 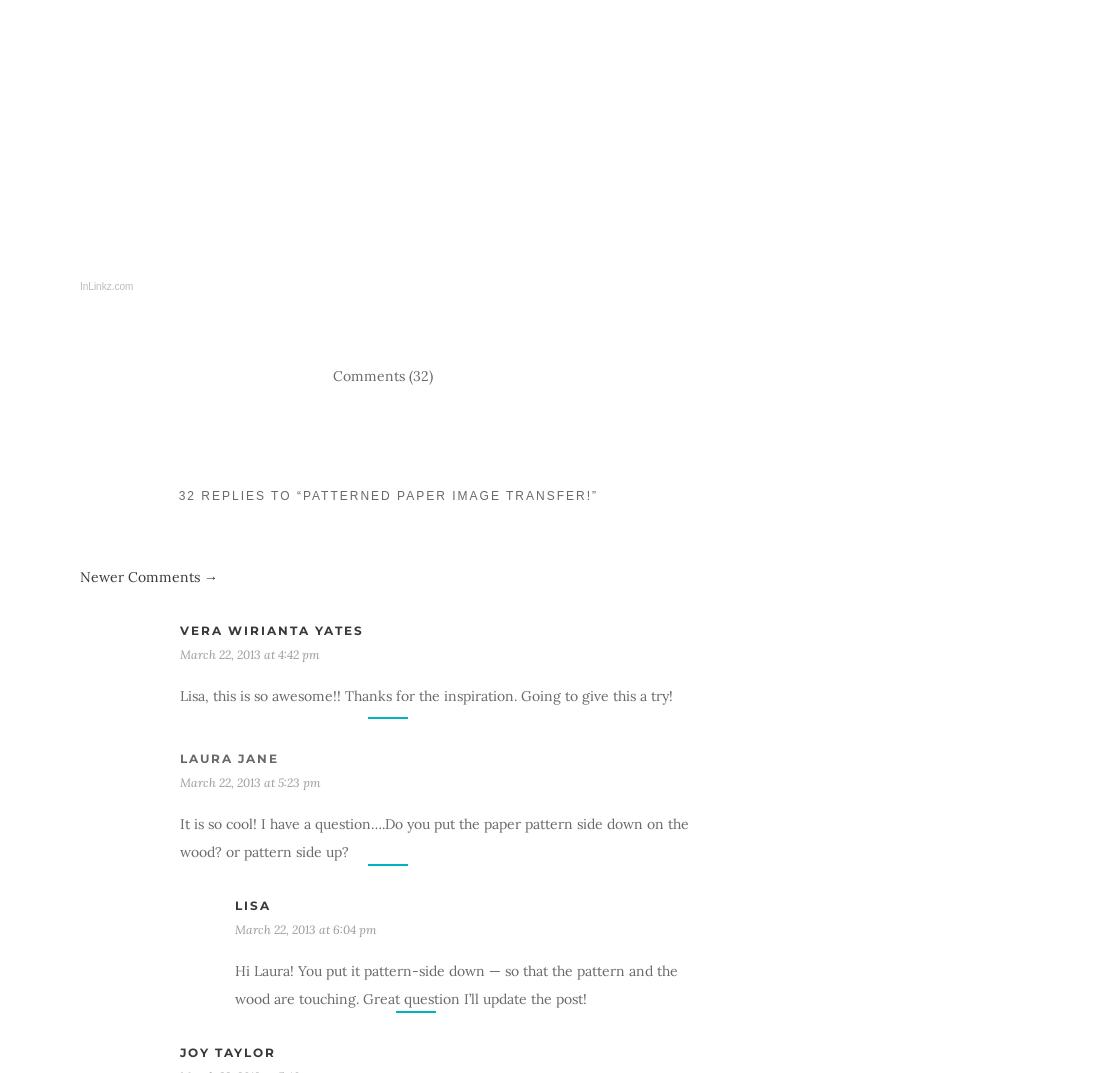 I want to click on 'March 22, 2013 at 4:42 pm', so click(x=250, y=652).